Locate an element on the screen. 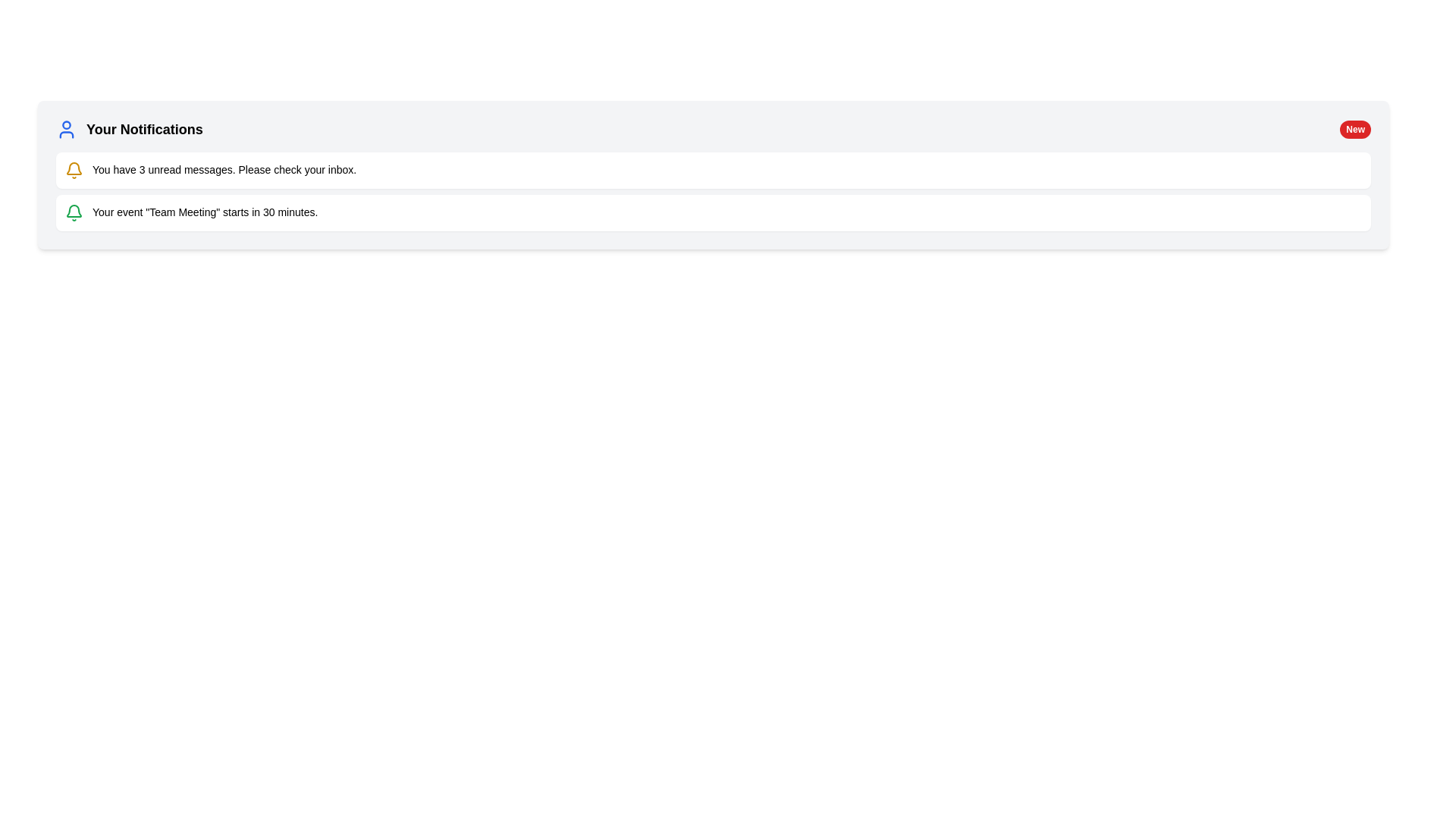 The image size is (1456, 819). notification message displaying 'Team Meeting' with 30 minutes remaining, located beneath another notification in the vertical list is located at coordinates (204, 213).